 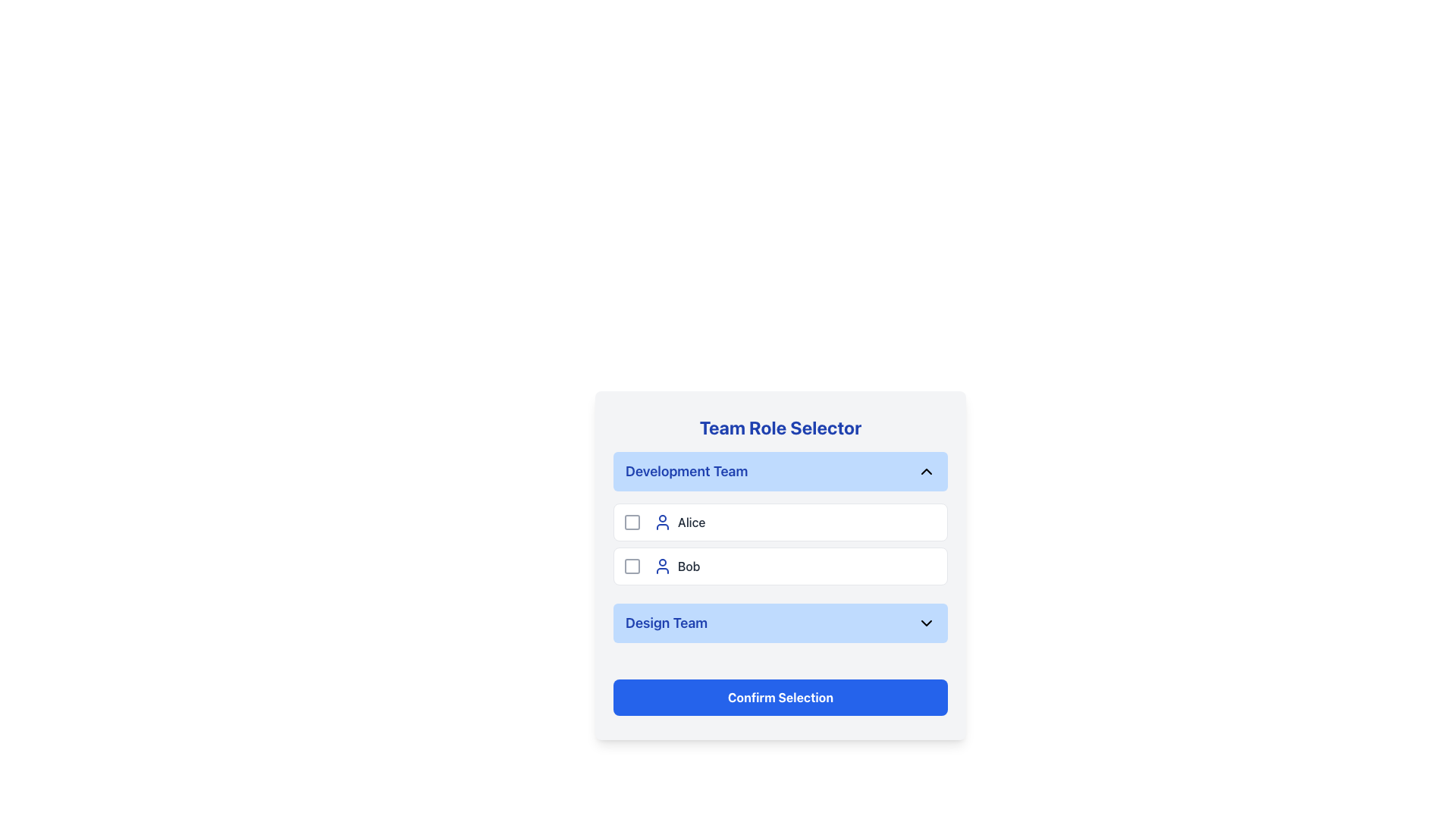 What do you see at coordinates (691, 522) in the screenshot?
I see `the label text for the first team member 'Alice' in the 'Development Team' section, which is positioned to the right of an avatar icon and a checkbox` at bounding box center [691, 522].